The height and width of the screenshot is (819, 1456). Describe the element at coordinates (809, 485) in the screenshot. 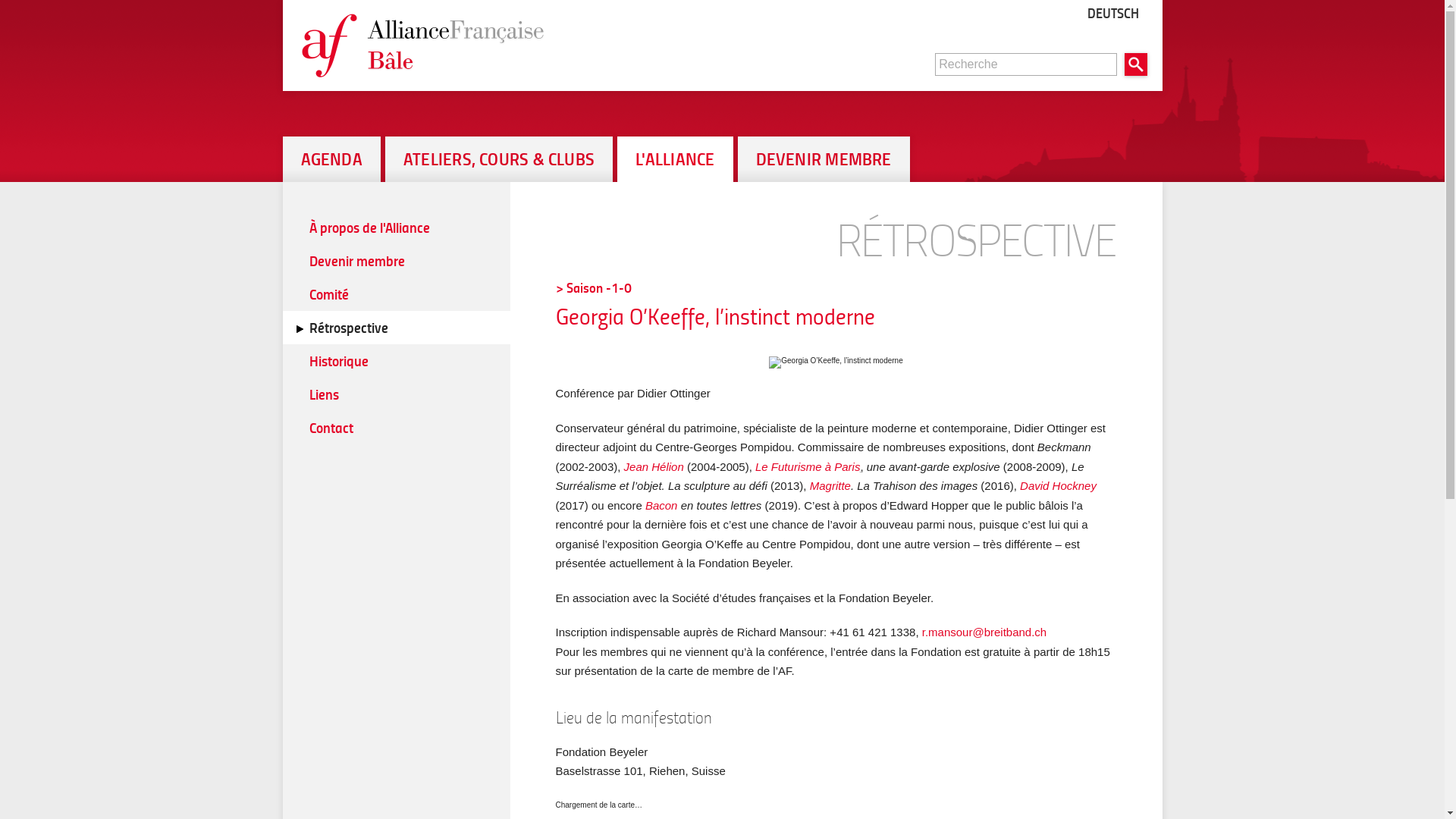

I see `'Magritte'` at that location.